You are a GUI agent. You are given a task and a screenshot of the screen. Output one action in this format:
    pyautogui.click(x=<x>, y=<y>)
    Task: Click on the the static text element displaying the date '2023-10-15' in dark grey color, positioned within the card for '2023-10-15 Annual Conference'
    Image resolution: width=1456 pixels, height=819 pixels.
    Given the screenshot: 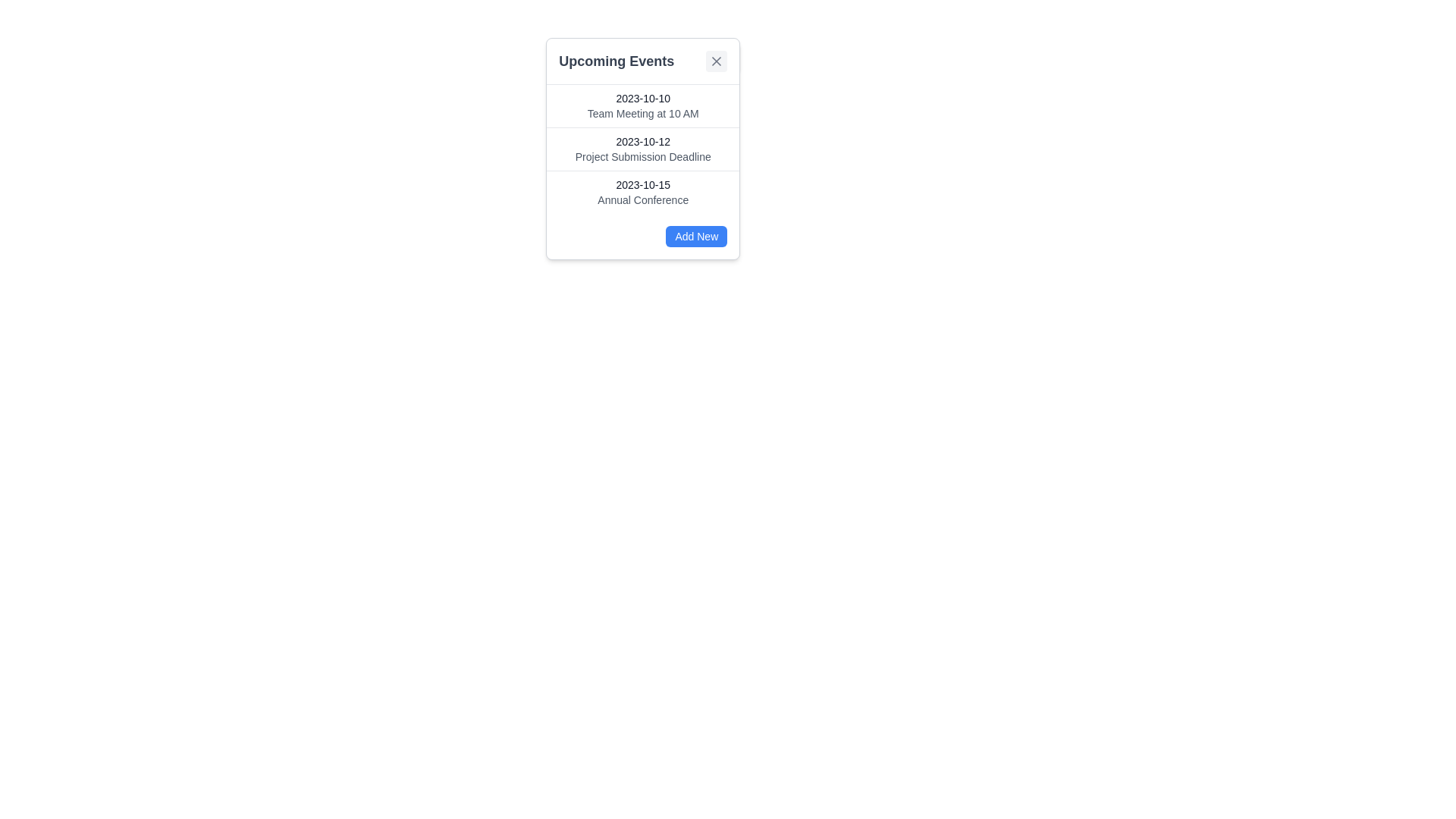 What is the action you would take?
    pyautogui.click(x=643, y=184)
    